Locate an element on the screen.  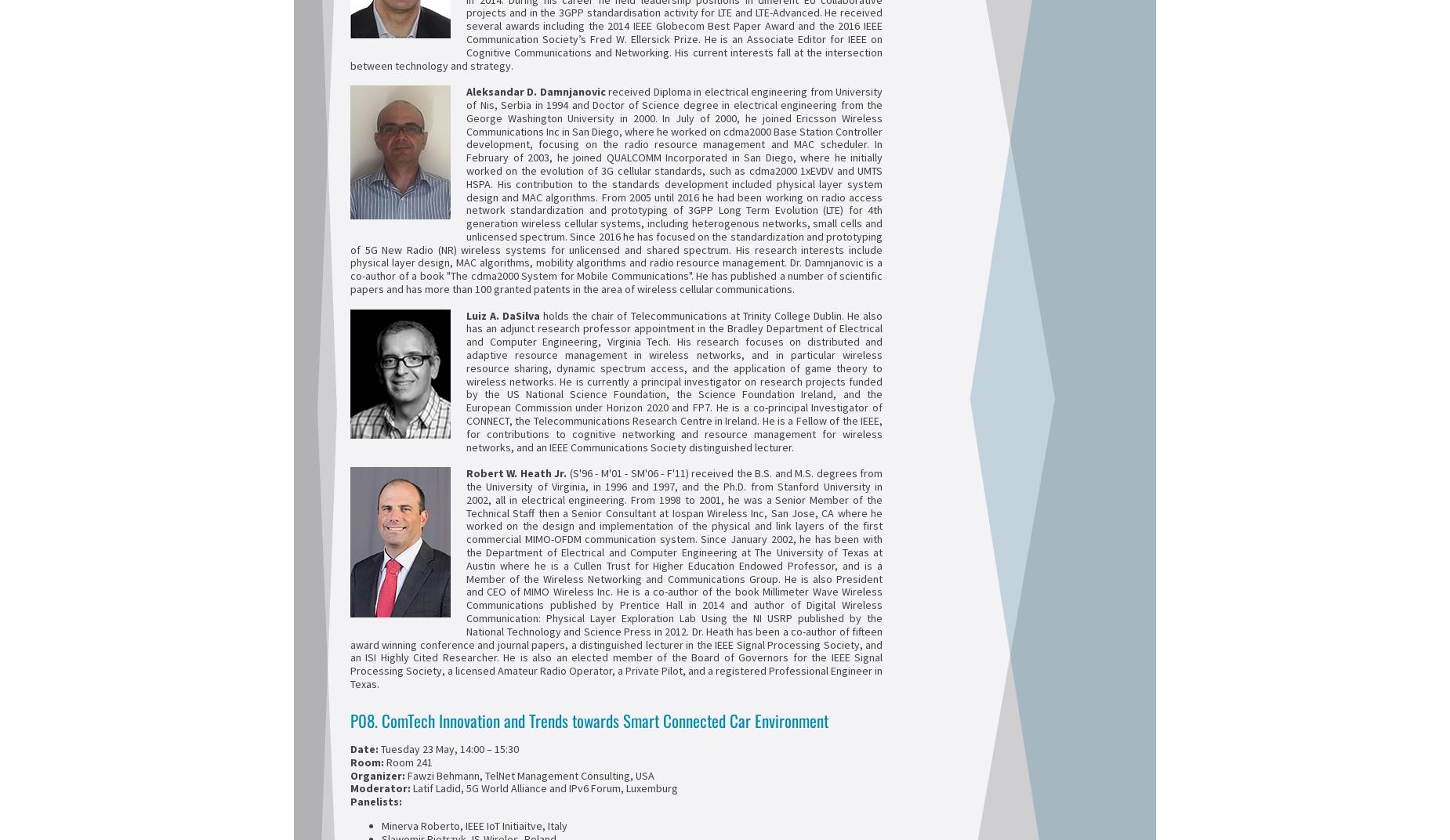
'Minerva Roberto, IEEE IoT Initiaitve, Italy' is located at coordinates (474, 825).